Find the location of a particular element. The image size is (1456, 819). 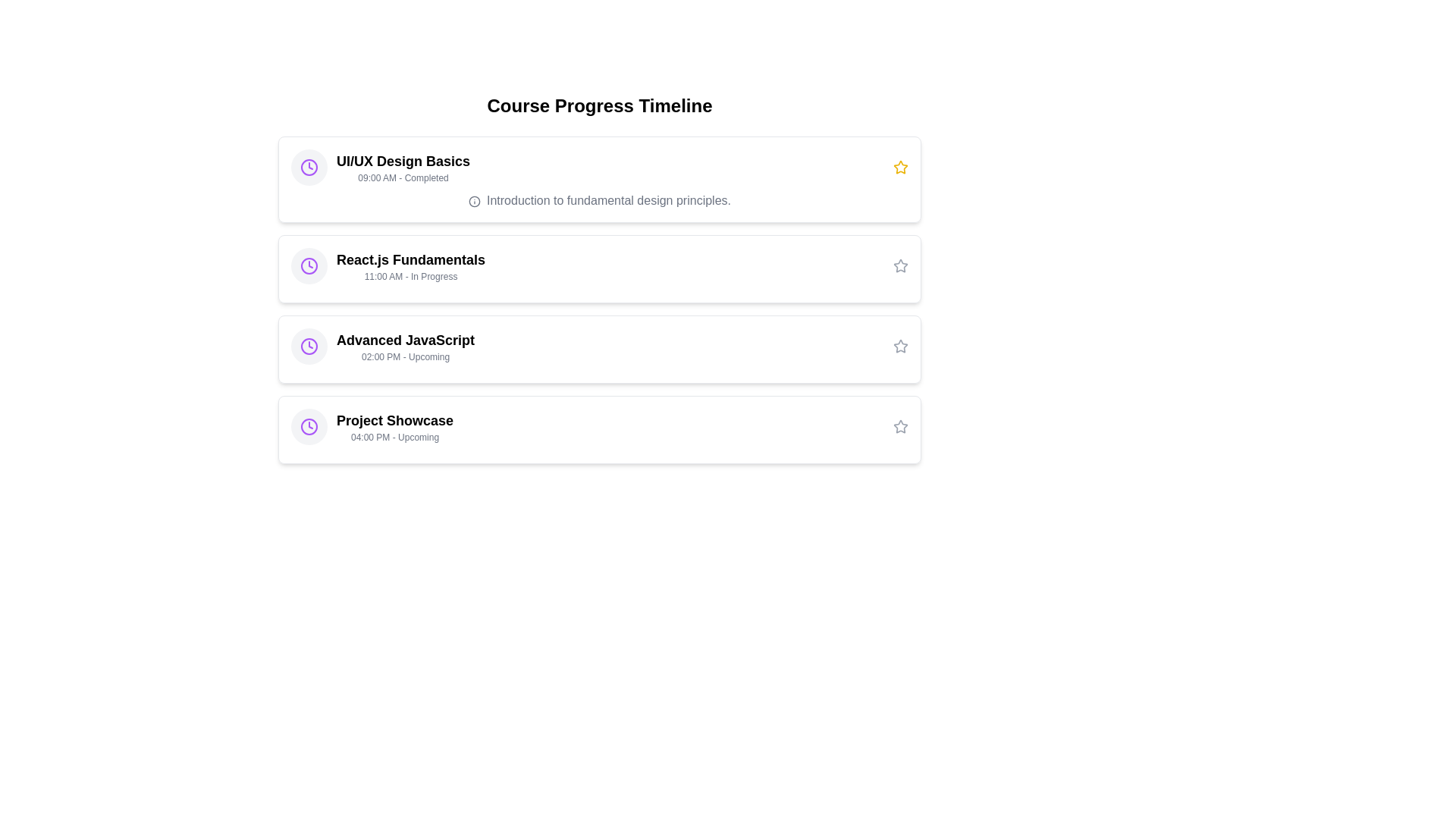

title of the course displayed in the topmost course card, which is identified by its position above the schedule status text is located at coordinates (403, 161).